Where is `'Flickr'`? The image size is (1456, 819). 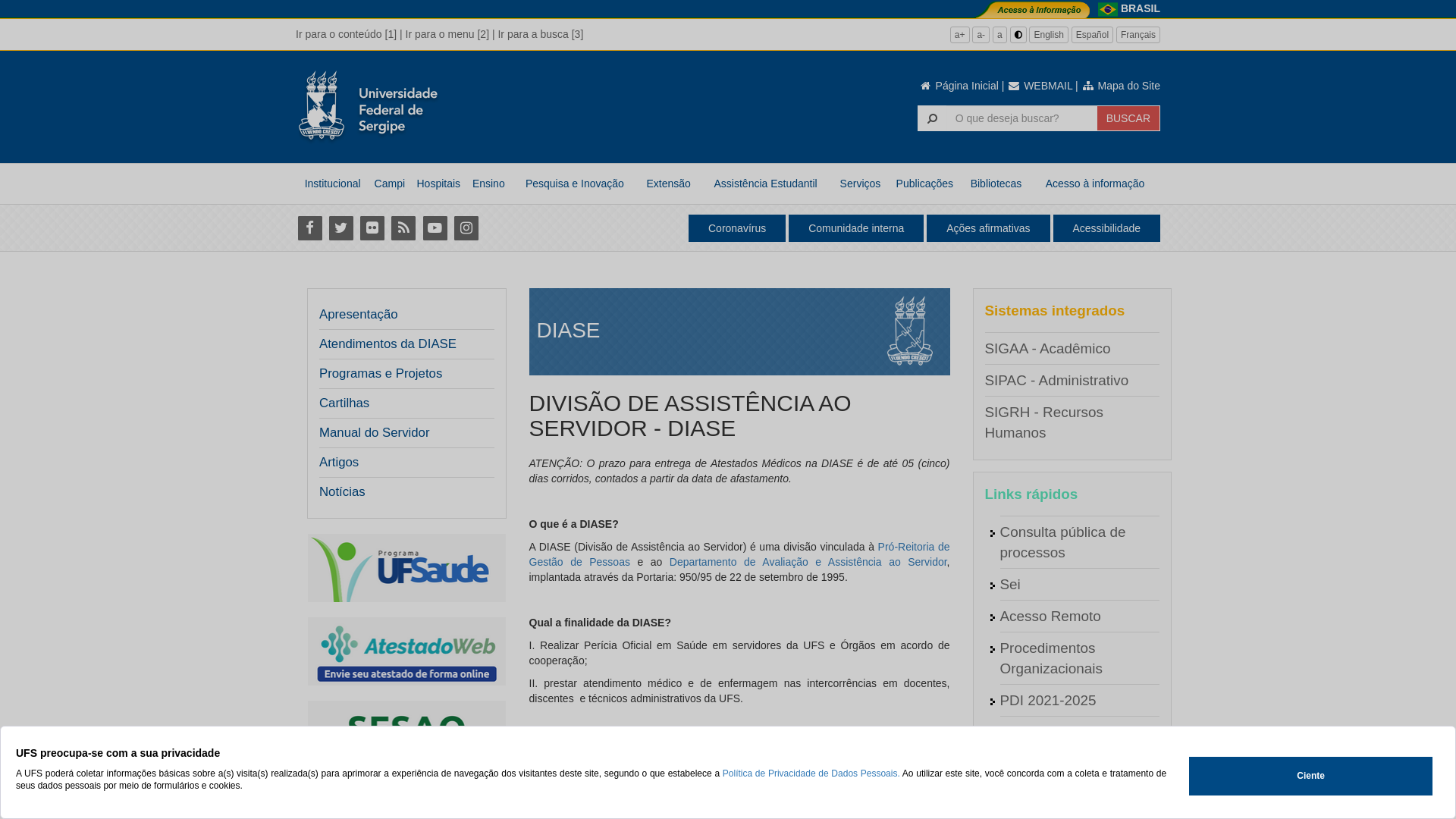 'Flickr' is located at coordinates (372, 227).